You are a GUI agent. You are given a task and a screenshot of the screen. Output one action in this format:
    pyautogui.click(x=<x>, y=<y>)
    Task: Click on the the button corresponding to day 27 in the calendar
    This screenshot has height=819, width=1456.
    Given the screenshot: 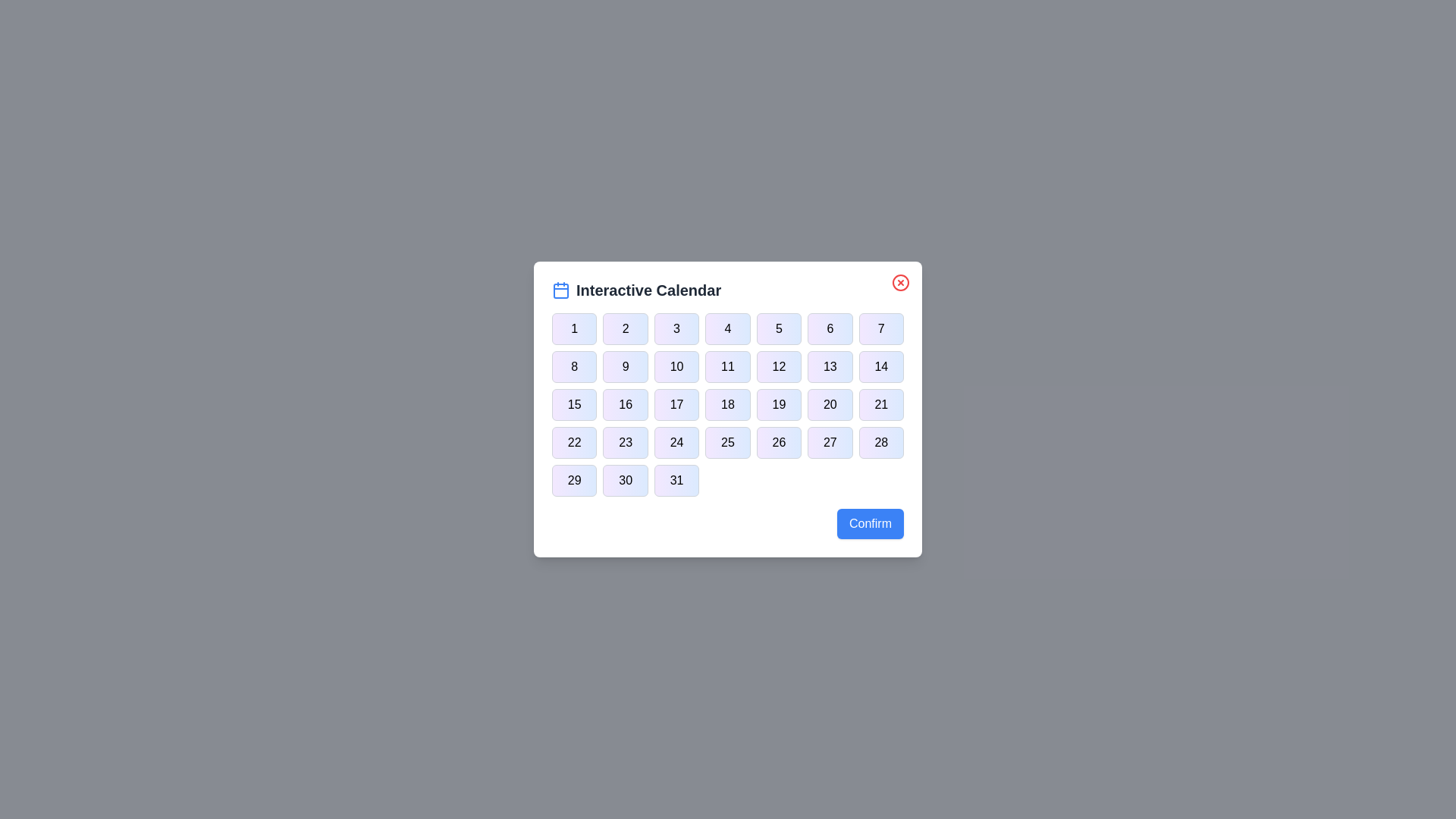 What is the action you would take?
    pyautogui.click(x=829, y=442)
    